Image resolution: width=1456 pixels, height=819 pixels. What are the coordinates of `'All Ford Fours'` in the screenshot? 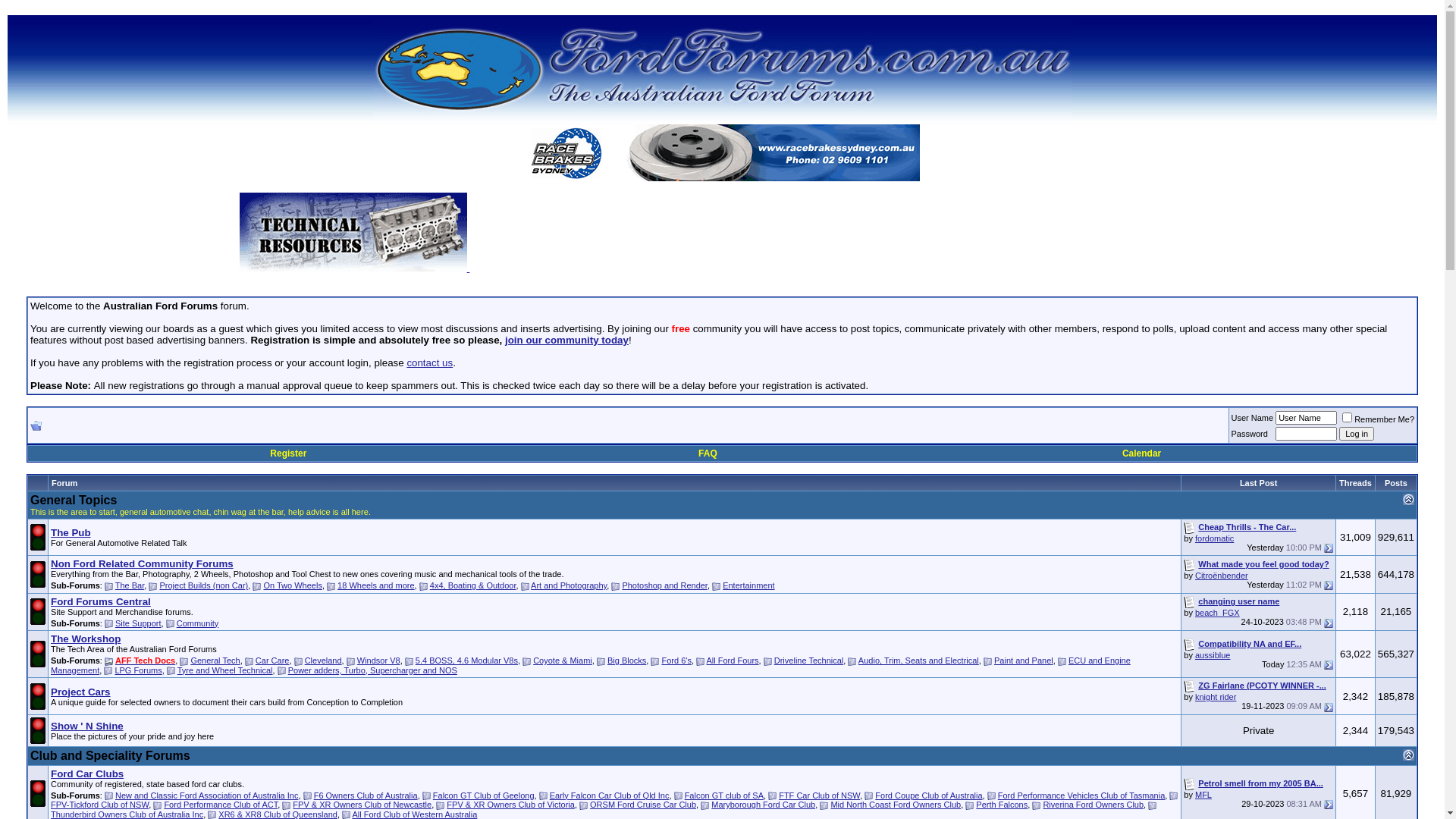 It's located at (733, 660).